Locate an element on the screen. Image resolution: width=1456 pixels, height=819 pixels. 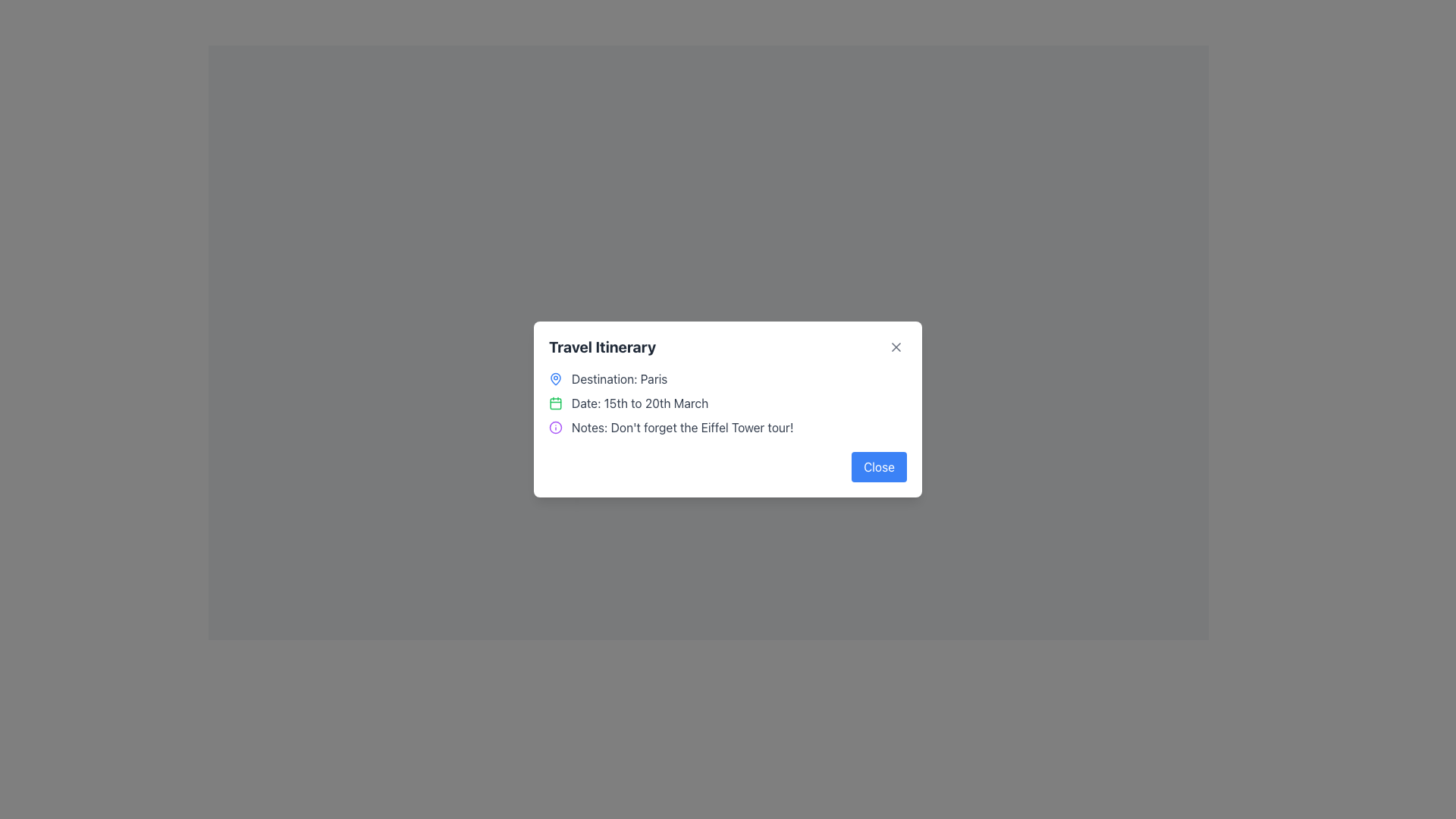
the map pin icon located within the 'Travel Itinerary' dialog box, adjacent to the 'Destination: Paris' text is located at coordinates (555, 377).